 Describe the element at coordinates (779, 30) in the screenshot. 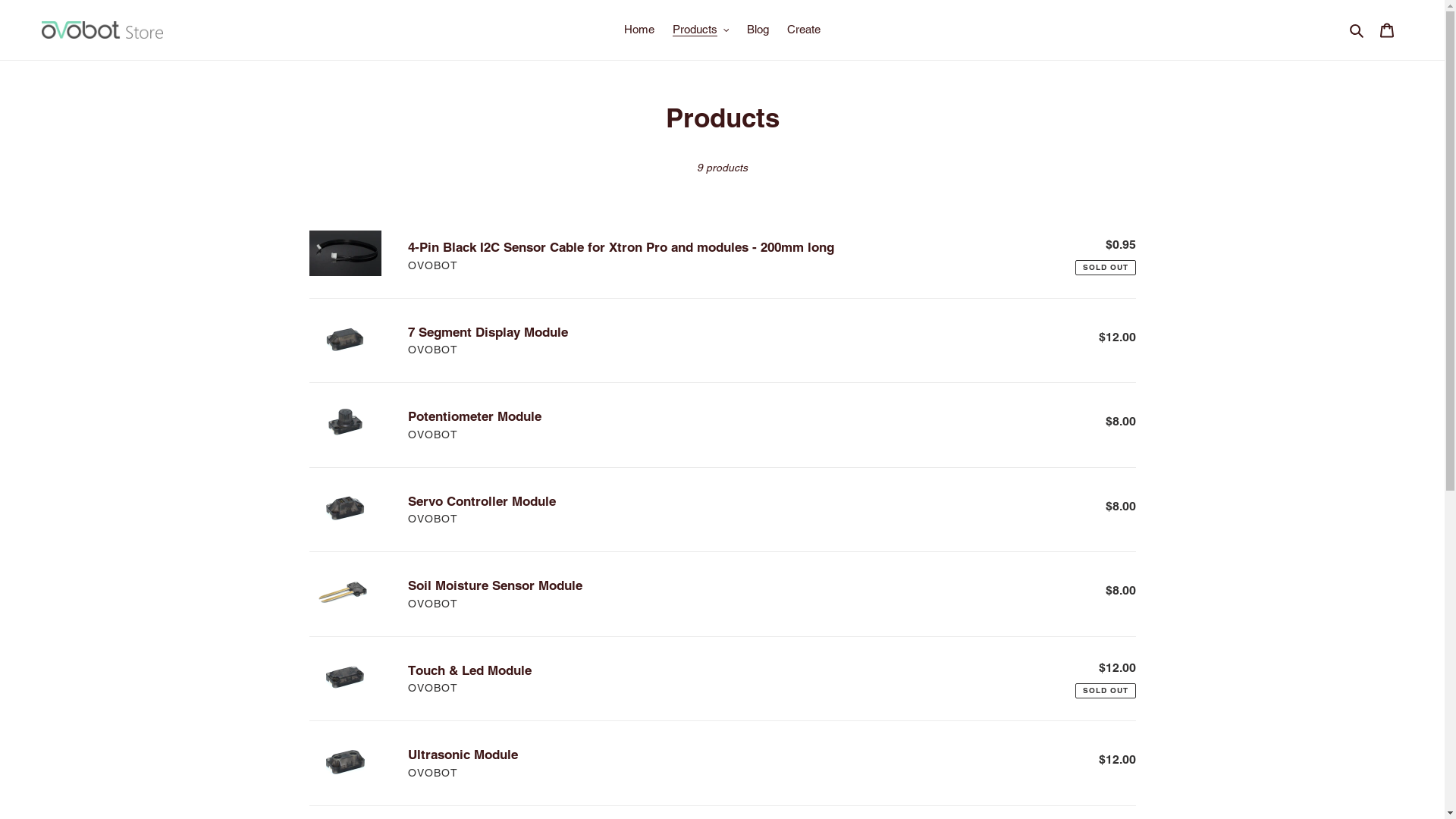

I see `'Create'` at that location.